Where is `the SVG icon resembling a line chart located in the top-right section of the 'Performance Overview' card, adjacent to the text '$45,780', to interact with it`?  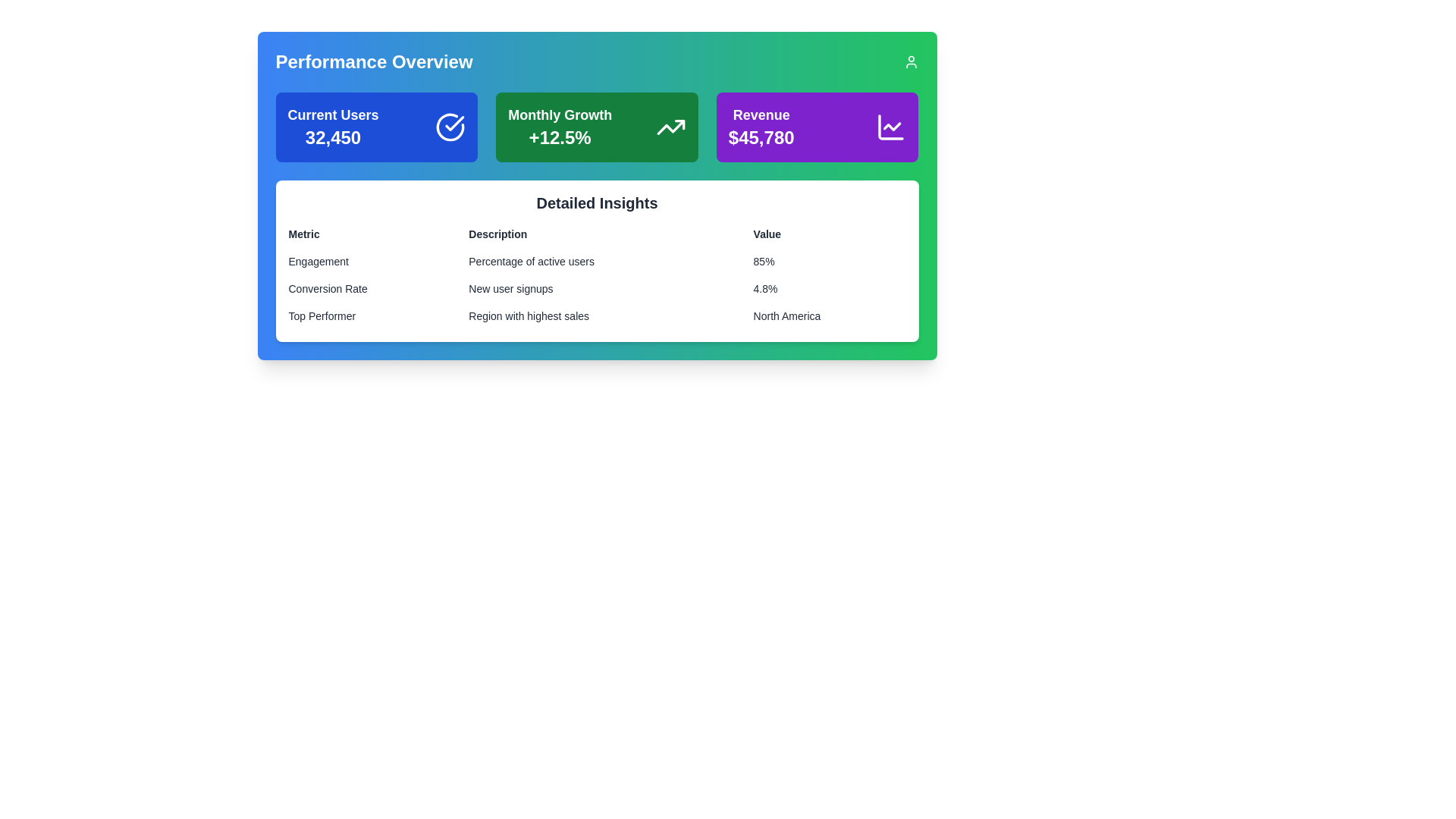
the SVG icon resembling a line chart located in the top-right section of the 'Performance Overview' card, adjacent to the text '$45,780', to interact with it is located at coordinates (891, 127).